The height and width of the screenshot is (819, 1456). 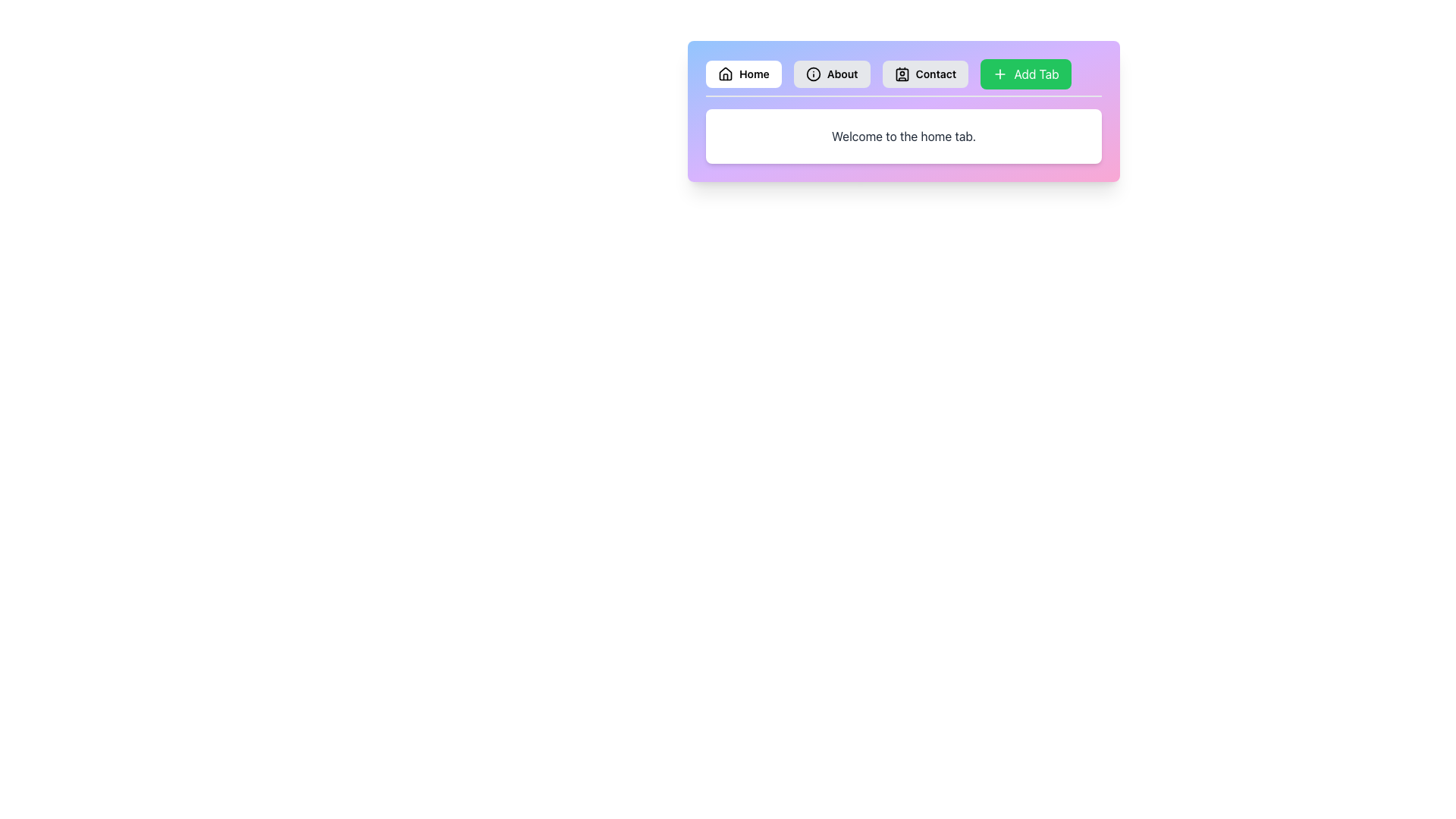 I want to click on the 'Add Tab' button, so click(x=1026, y=74).